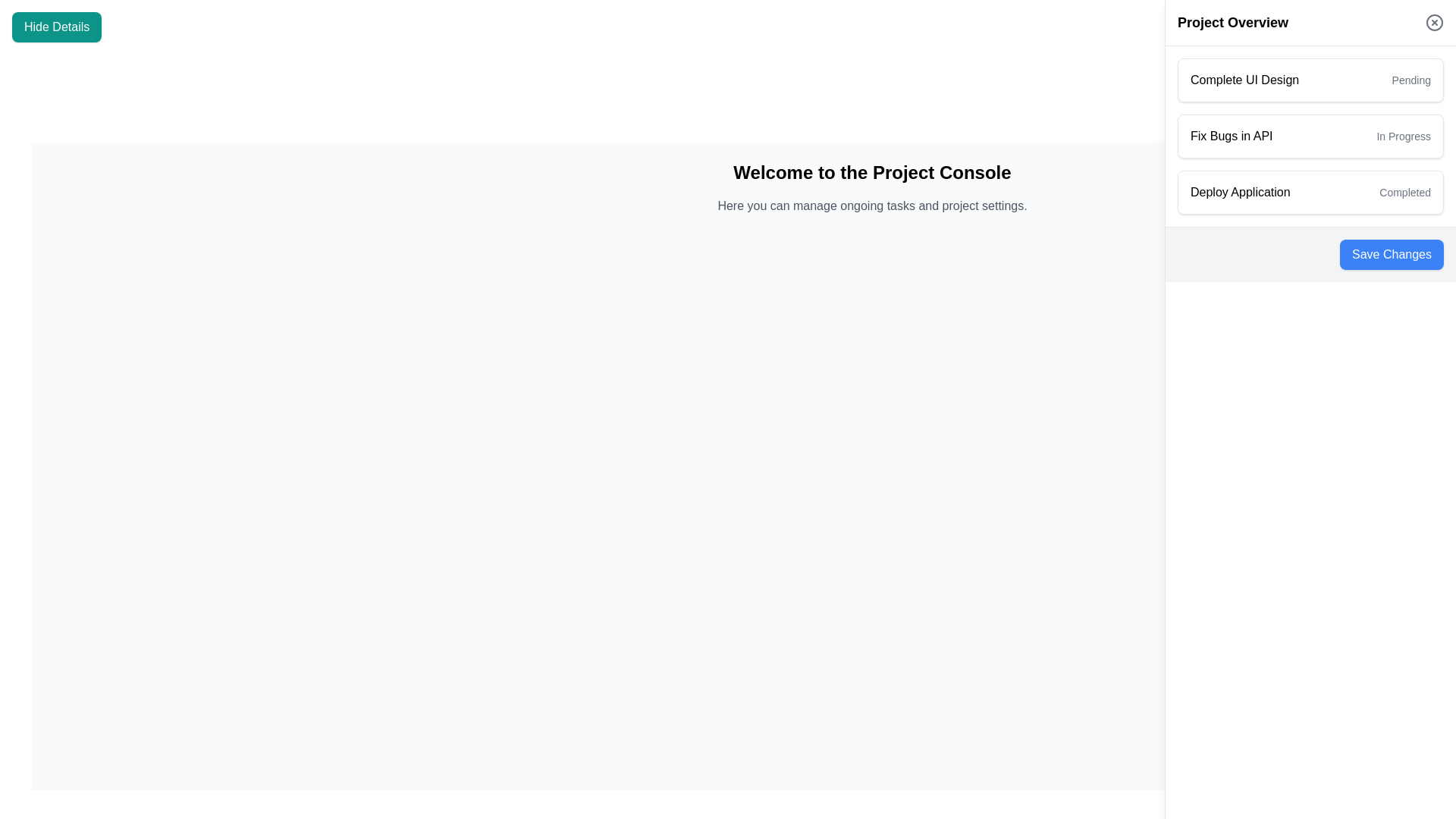 The image size is (1456, 819). What do you see at coordinates (1404, 192) in the screenshot?
I see `the 'Completed' text label, which is styled in gray and positioned to the right of 'Deploy Application' in the 'Project Overview' panel` at bounding box center [1404, 192].